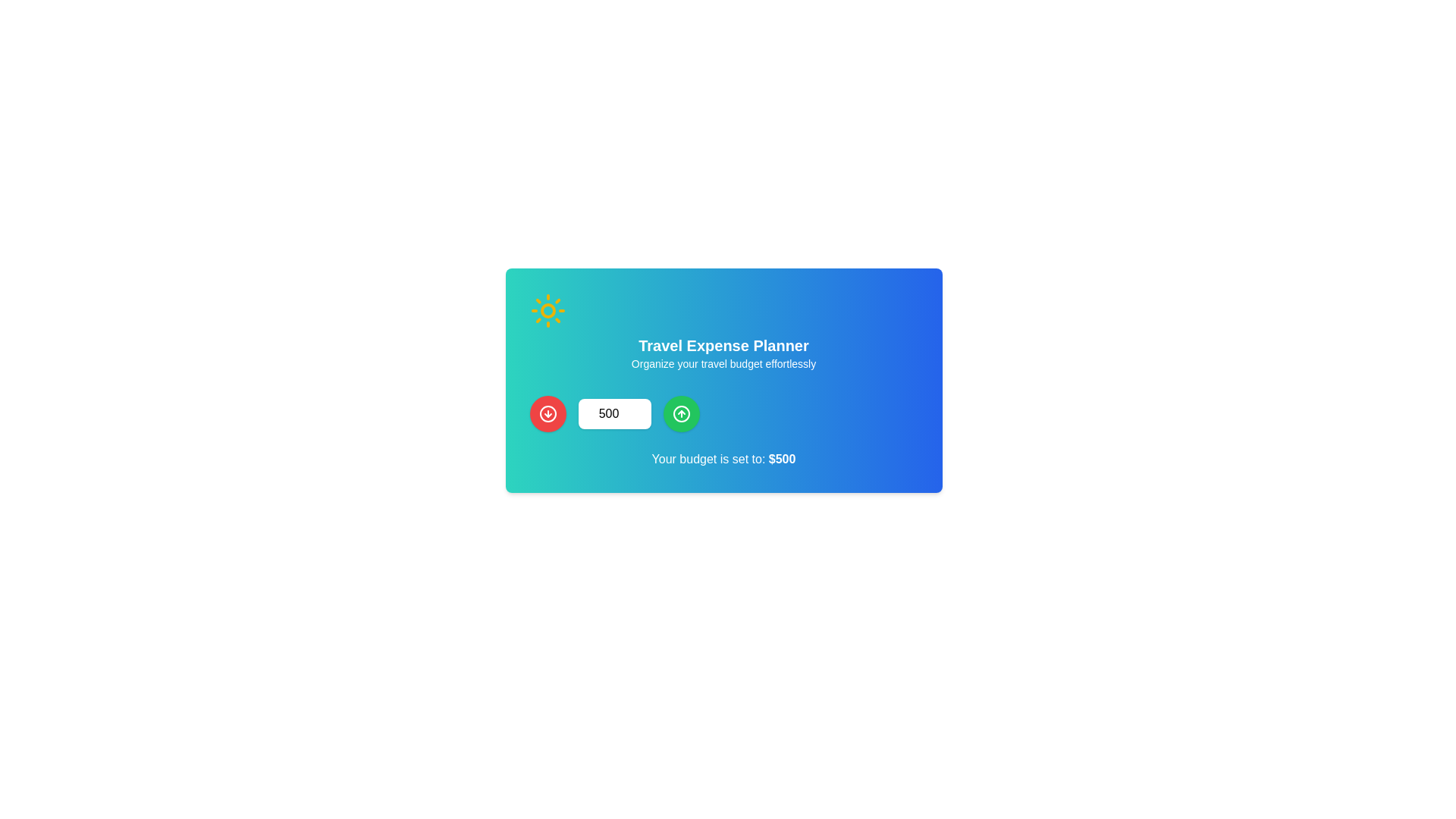 This screenshot has height=819, width=1456. Describe the element at coordinates (723, 345) in the screenshot. I see `the 'Travel Expense Planner' heading, which is prominently displayed in bold and extra-large font within a blue gradient background` at that location.